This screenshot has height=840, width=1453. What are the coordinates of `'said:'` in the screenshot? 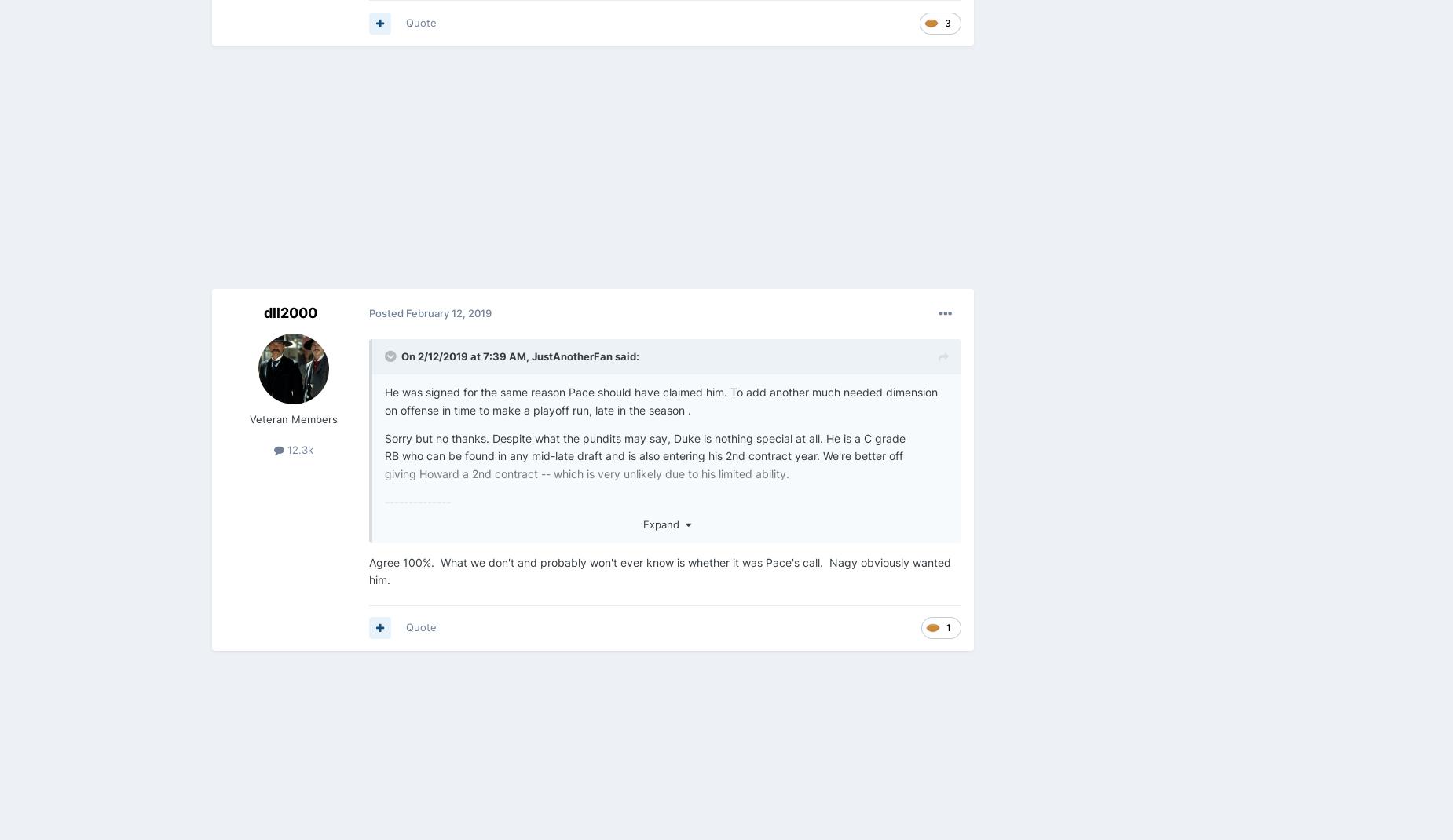 It's located at (625, 356).